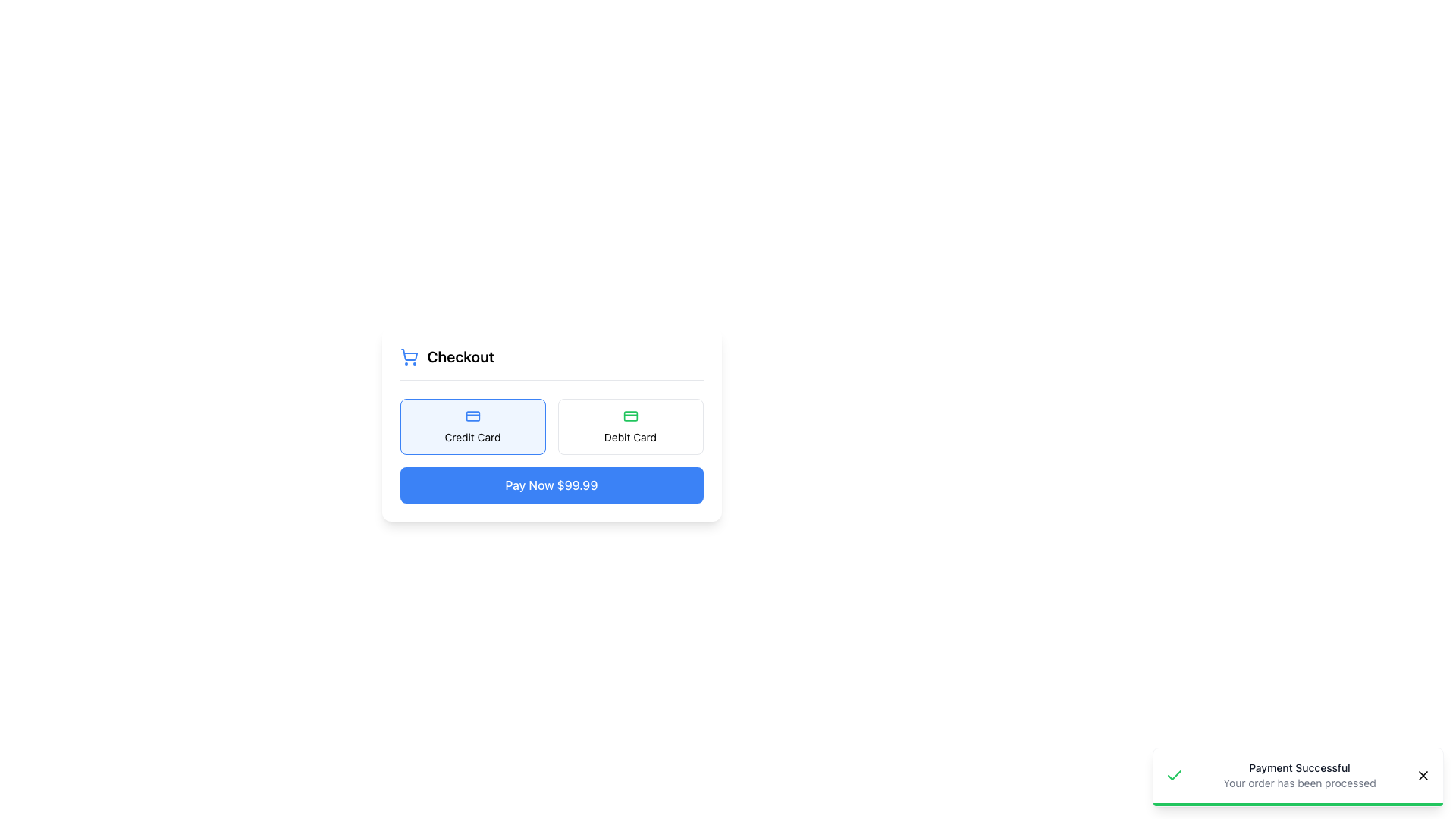  What do you see at coordinates (460, 356) in the screenshot?
I see `text label that identifies the checkout section of the shopping flow, located to the right of the shopping cart icon` at bounding box center [460, 356].